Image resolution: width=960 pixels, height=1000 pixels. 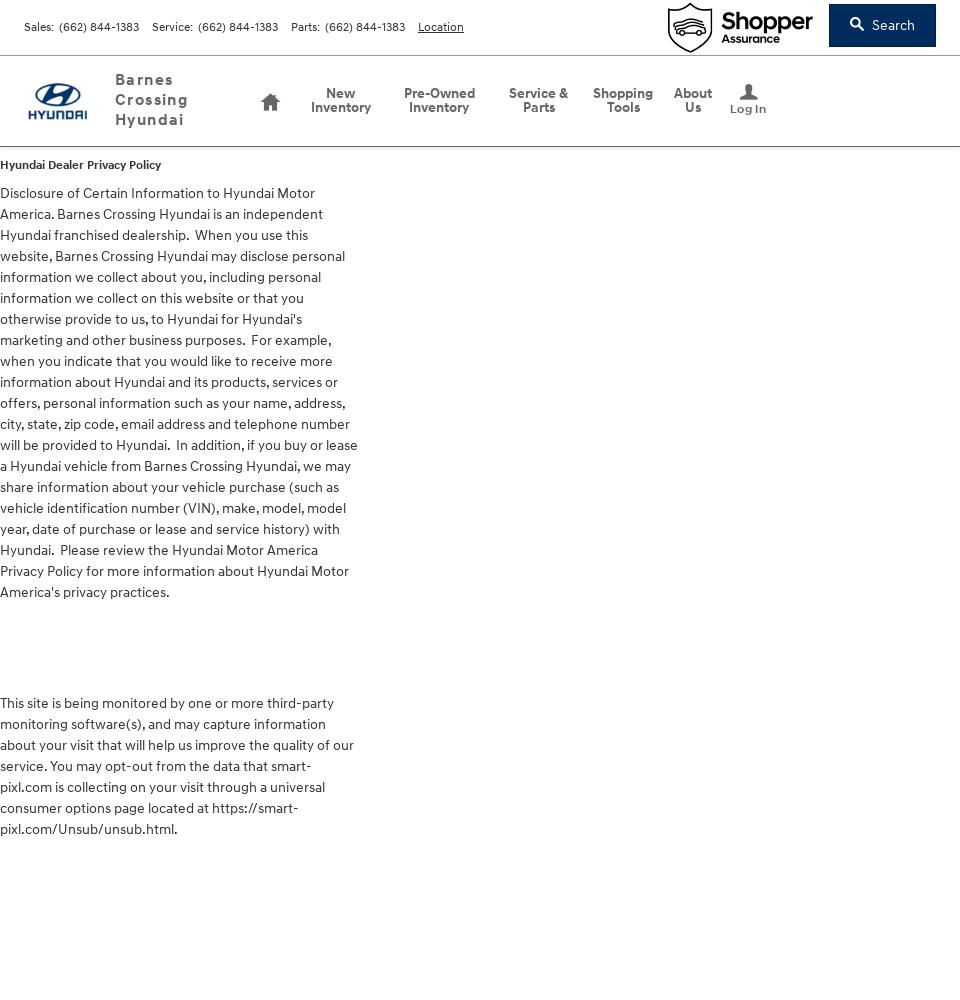 I want to click on 'Parts', so click(x=304, y=27).